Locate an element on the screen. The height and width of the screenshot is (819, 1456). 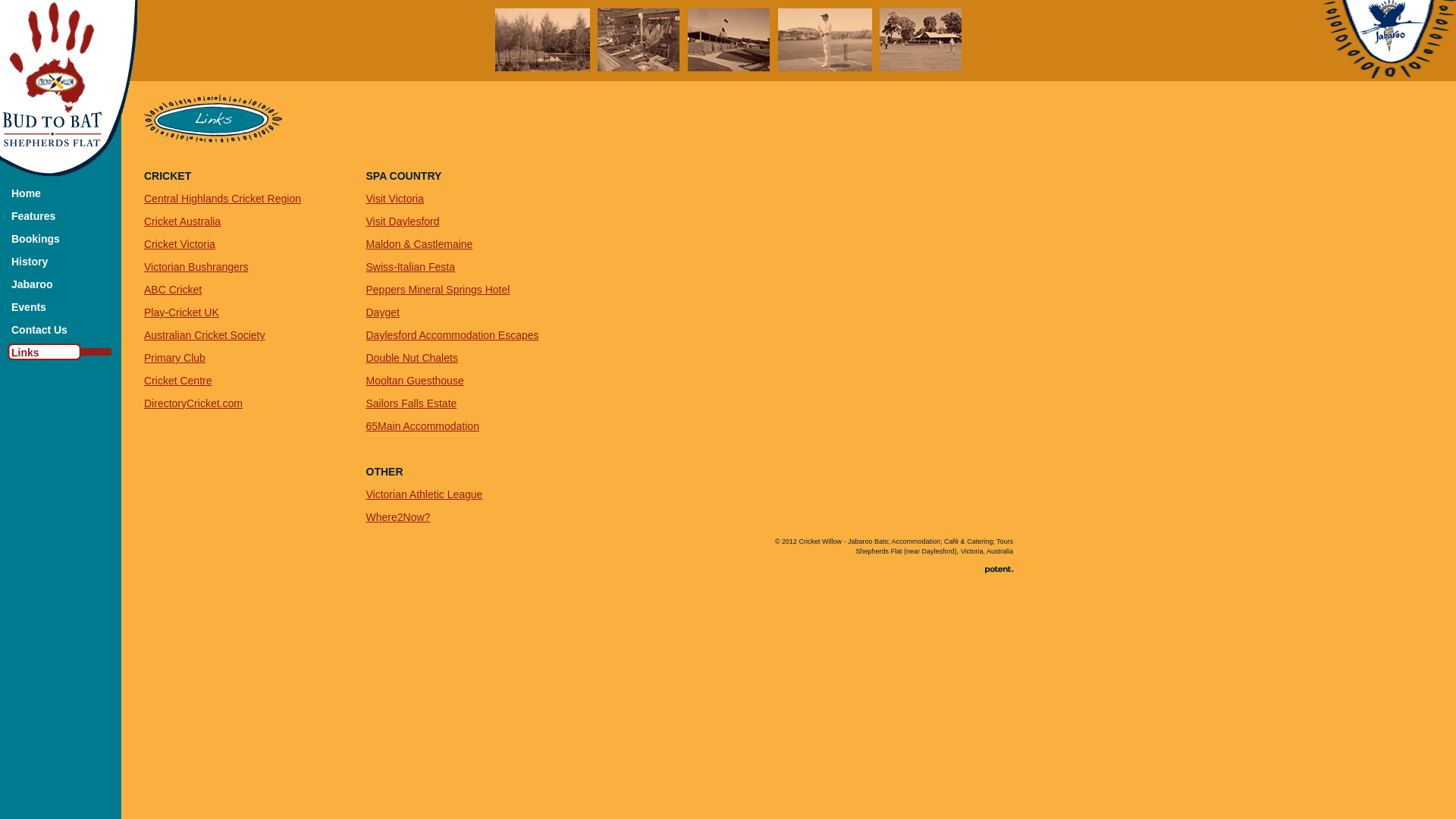
'Play-Cricket UK' is located at coordinates (181, 312).